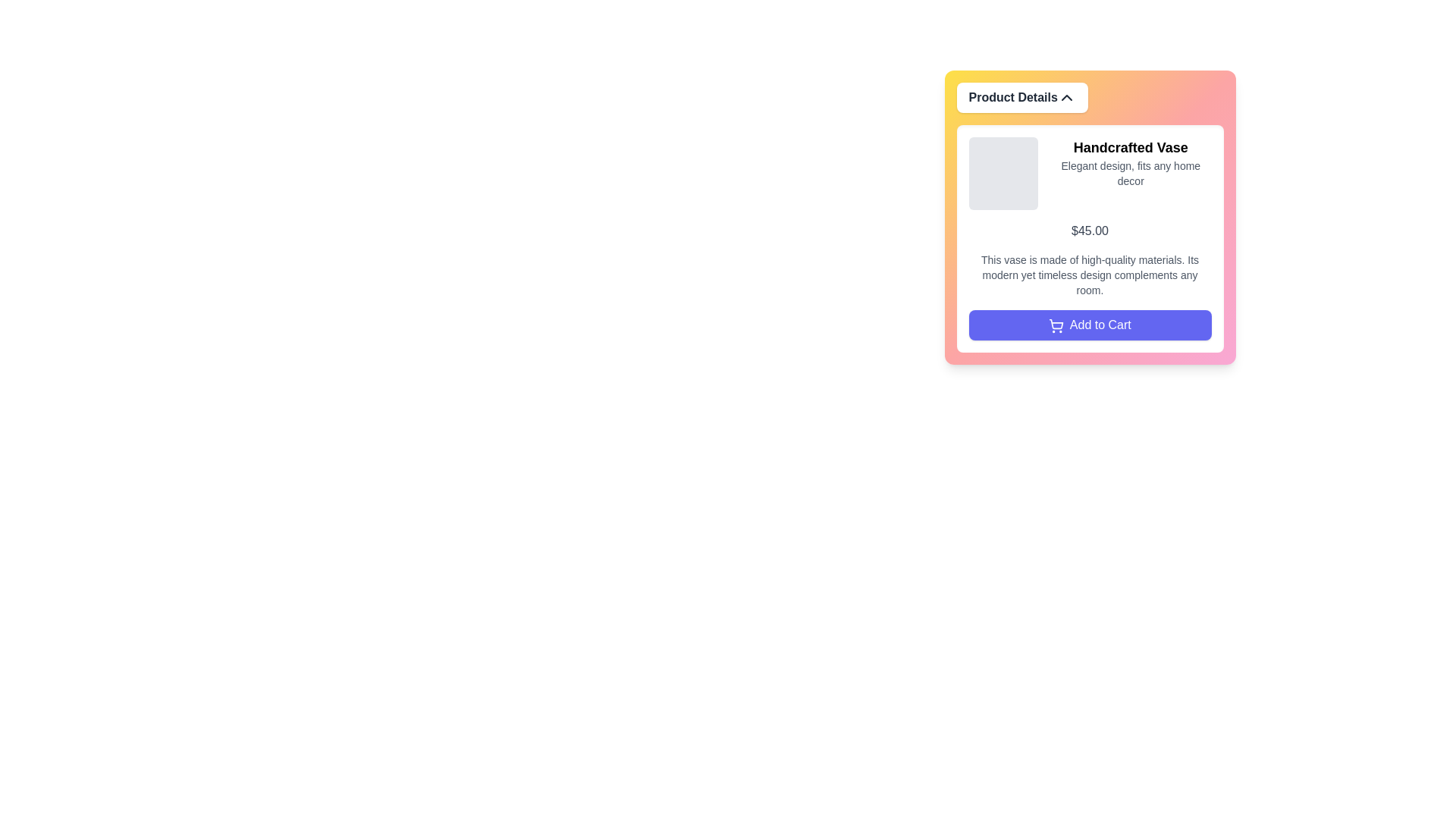  I want to click on the indigo-blue 'Add to Cart' button with a shopping cart icon, so click(1089, 324).